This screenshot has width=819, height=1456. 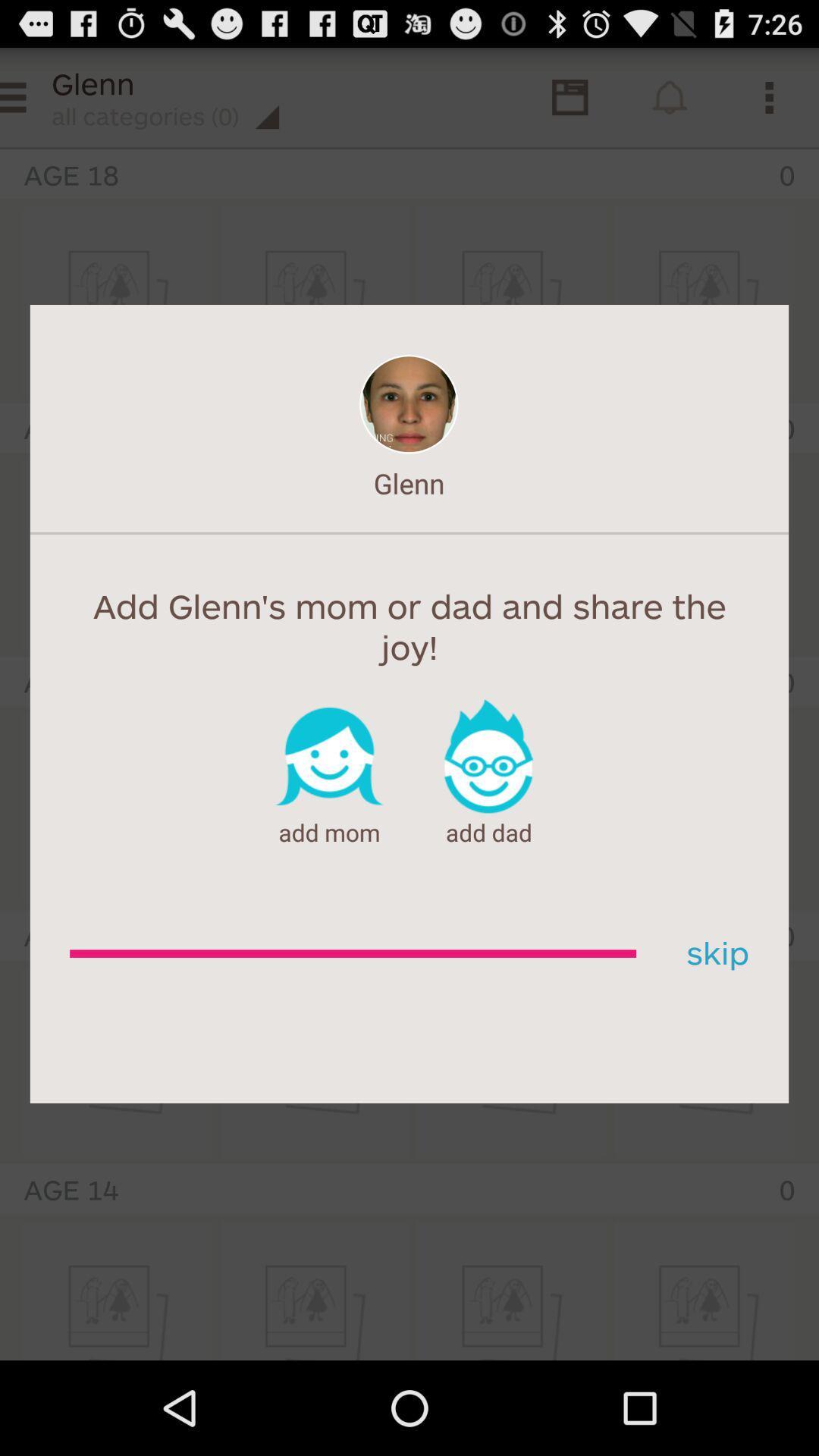 What do you see at coordinates (712, 953) in the screenshot?
I see `app below the add glenn s icon` at bounding box center [712, 953].